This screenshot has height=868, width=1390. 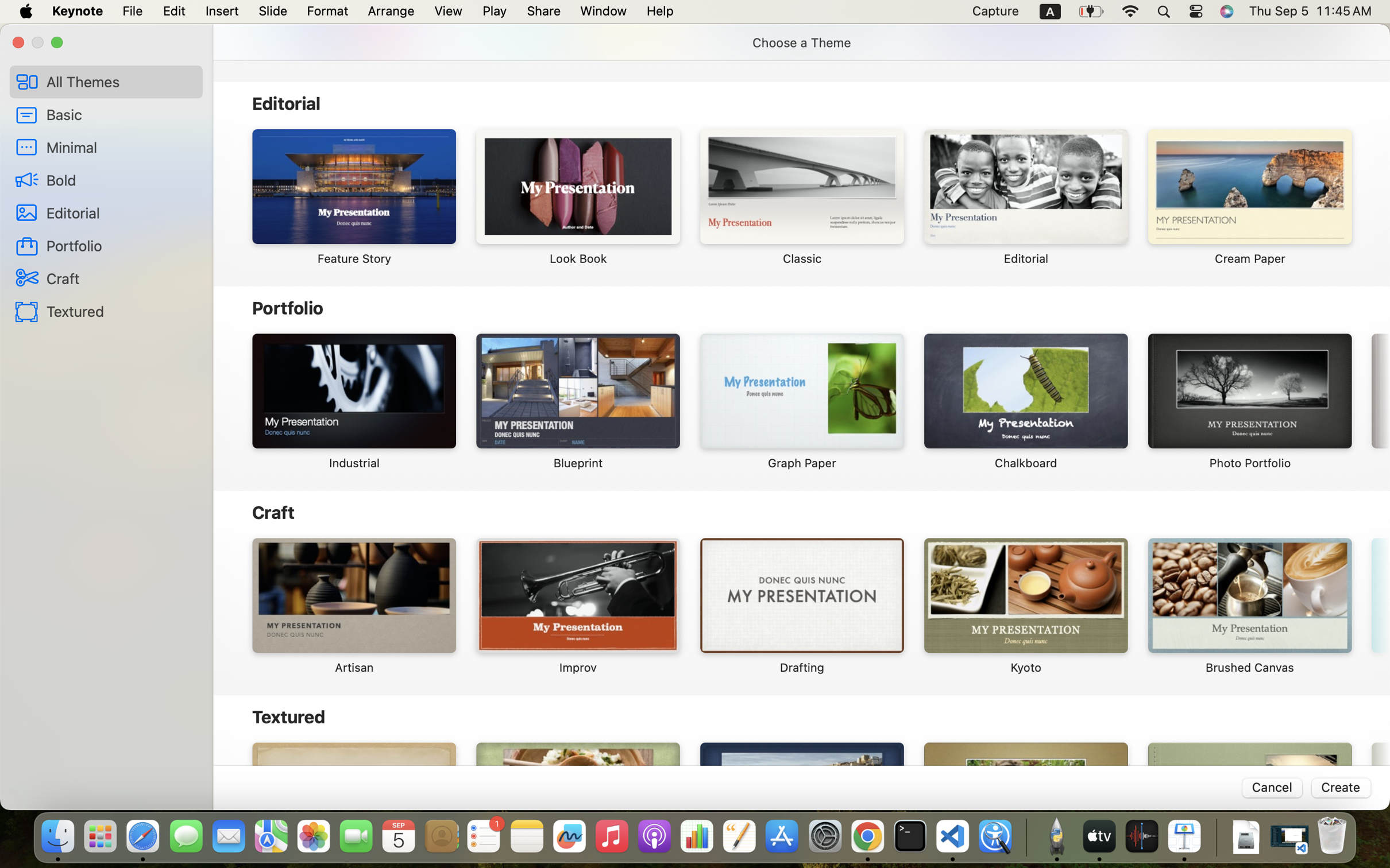 I want to click on 'All Themes', so click(x=119, y=81).